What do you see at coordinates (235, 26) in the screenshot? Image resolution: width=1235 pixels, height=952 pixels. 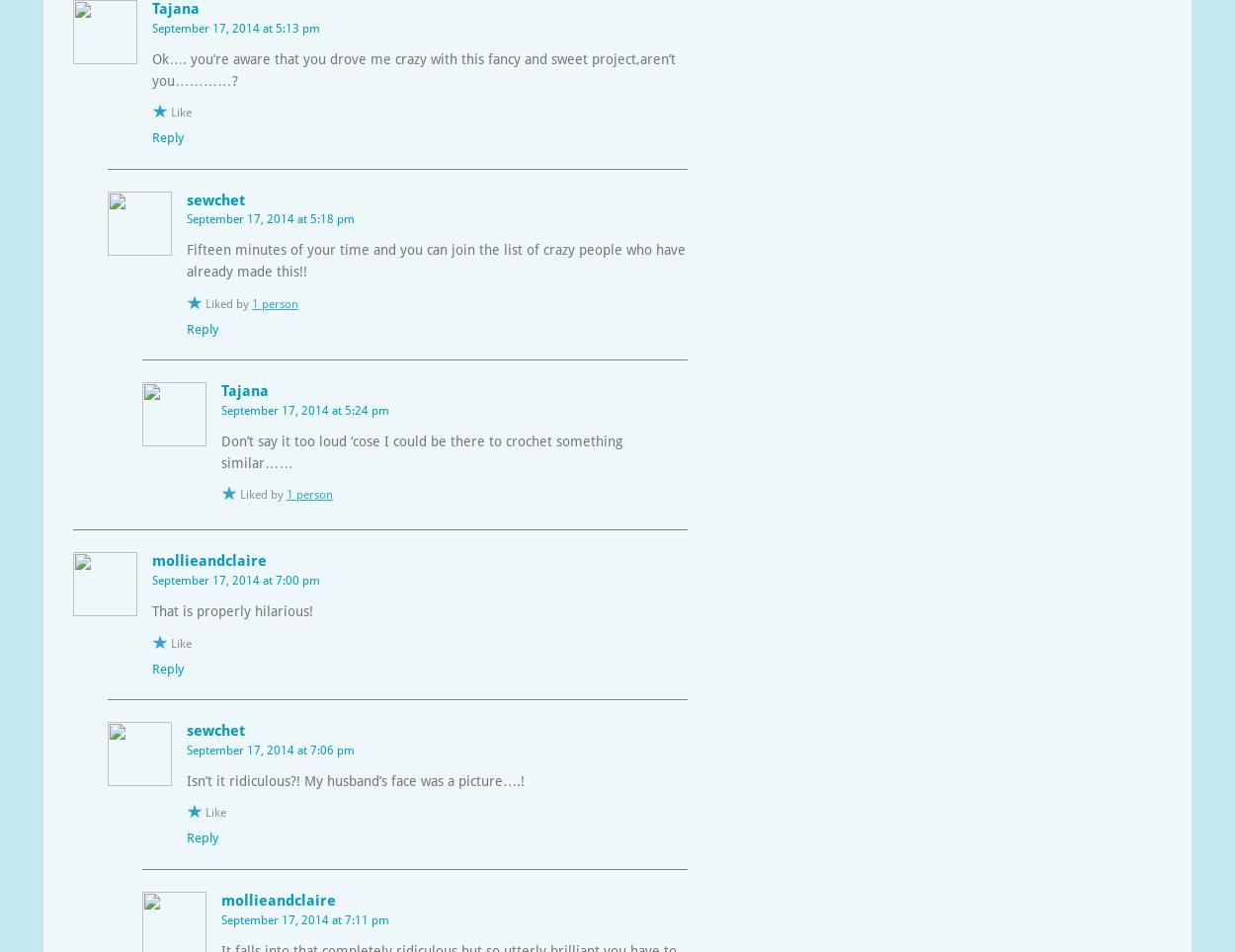 I see `'September 17, 2014 at 5:13 pm'` at bounding box center [235, 26].